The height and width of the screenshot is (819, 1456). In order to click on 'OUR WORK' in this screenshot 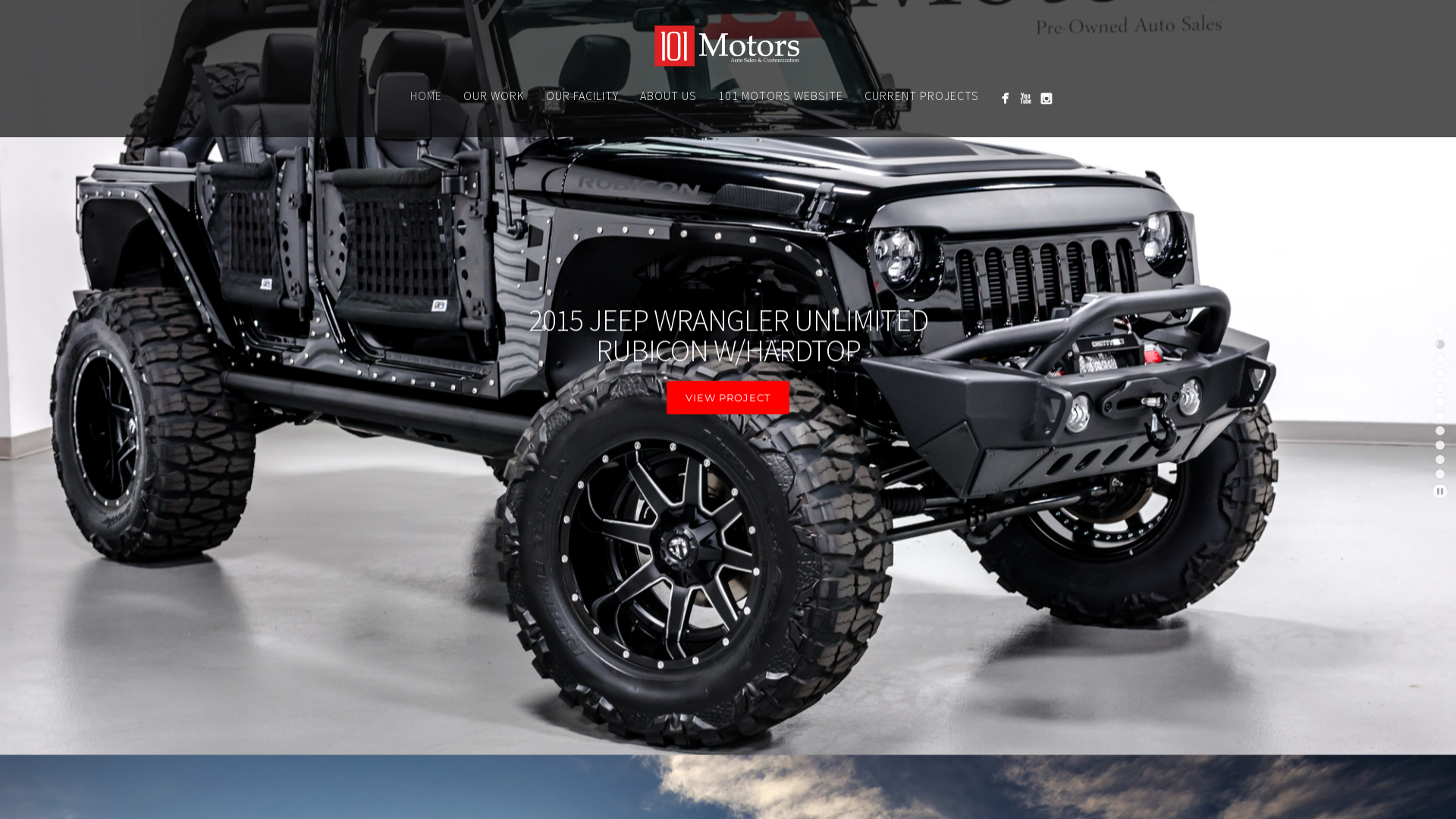, I will do `click(493, 96)`.